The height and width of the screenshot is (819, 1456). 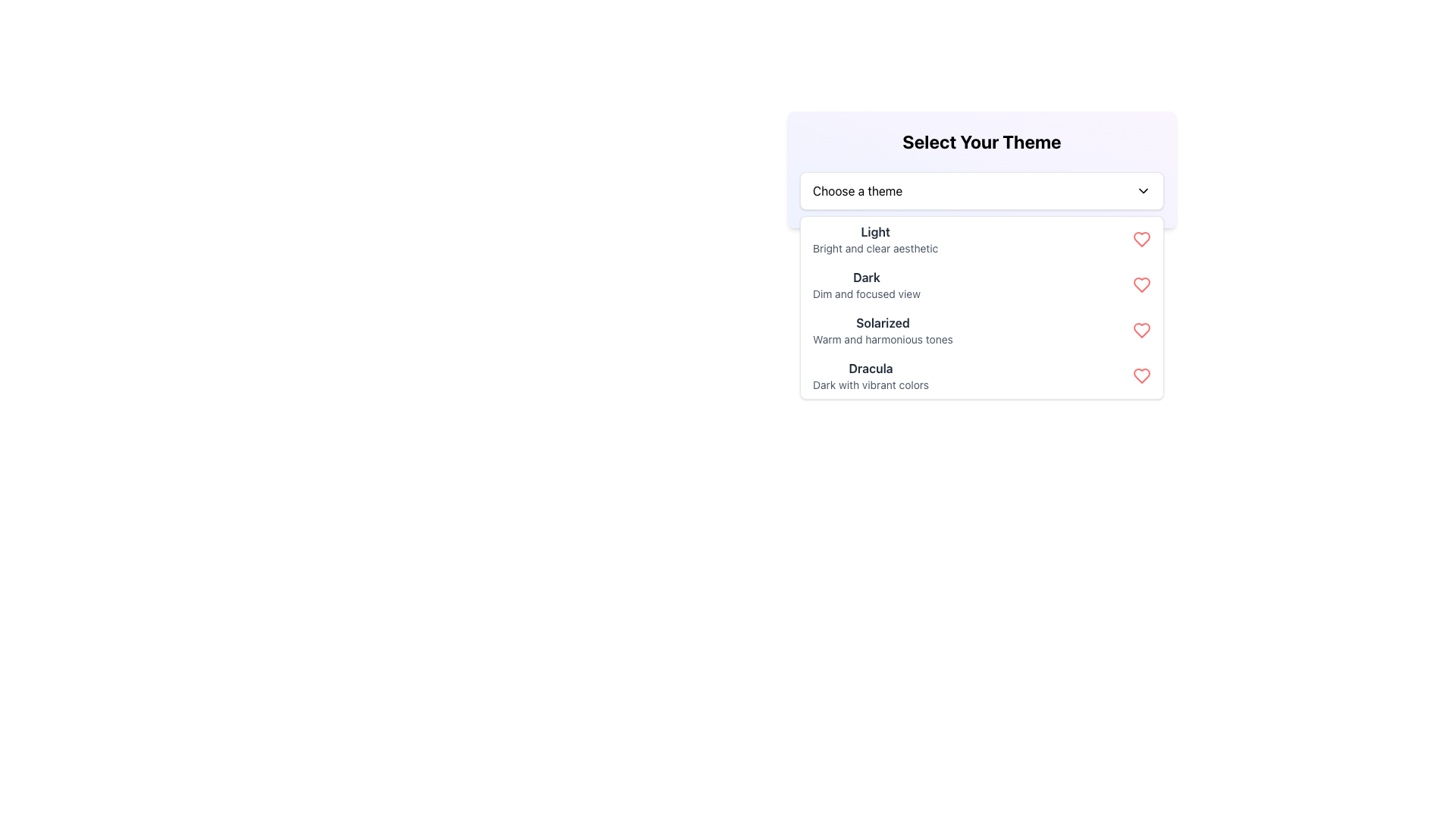 What do you see at coordinates (1142, 329) in the screenshot?
I see `the heart-shaped icon at the far-right end of the 'Solarized' theme option` at bounding box center [1142, 329].